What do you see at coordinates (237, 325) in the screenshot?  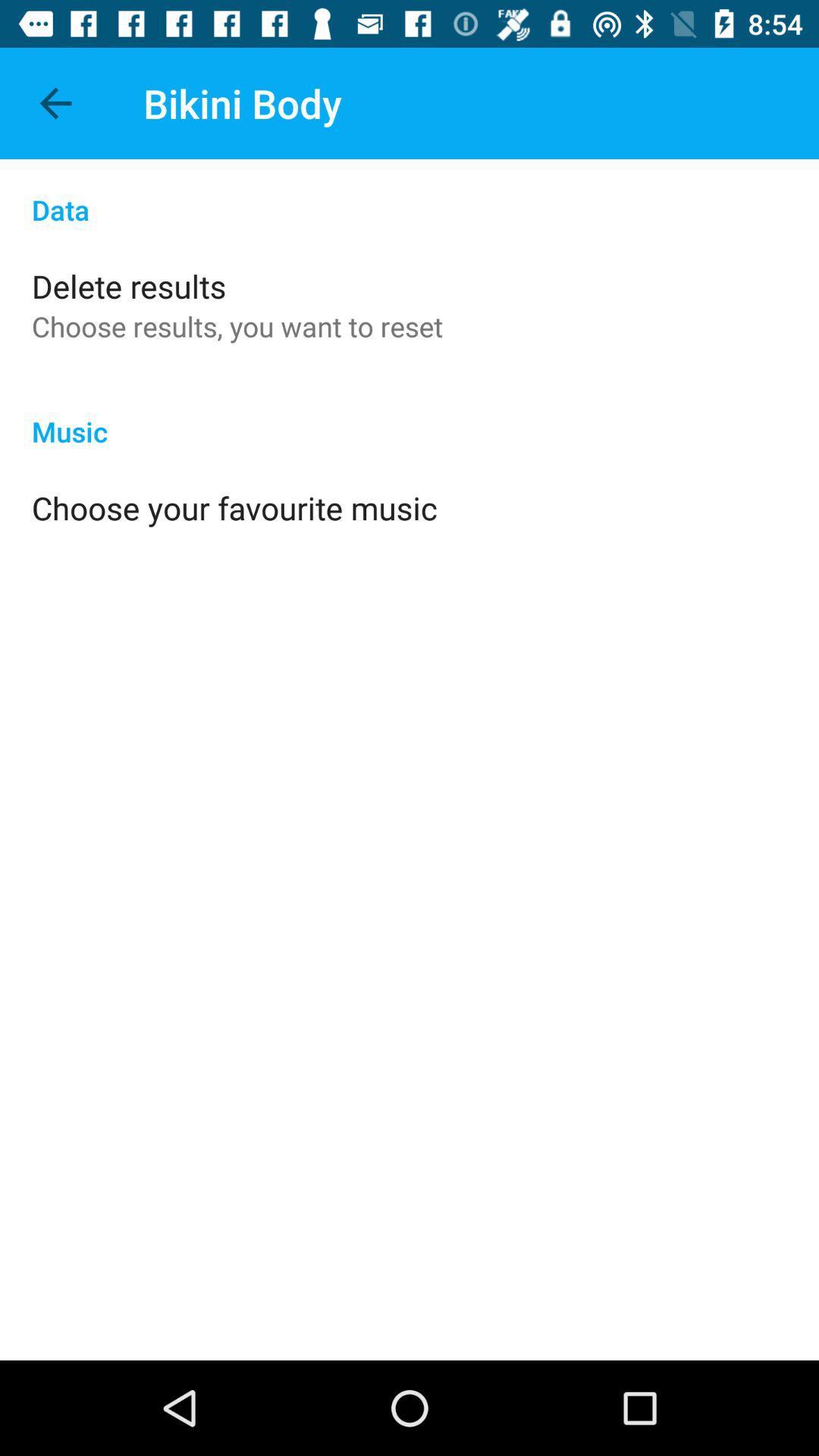 I see `the app below the delete results icon` at bounding box center [237, 325].